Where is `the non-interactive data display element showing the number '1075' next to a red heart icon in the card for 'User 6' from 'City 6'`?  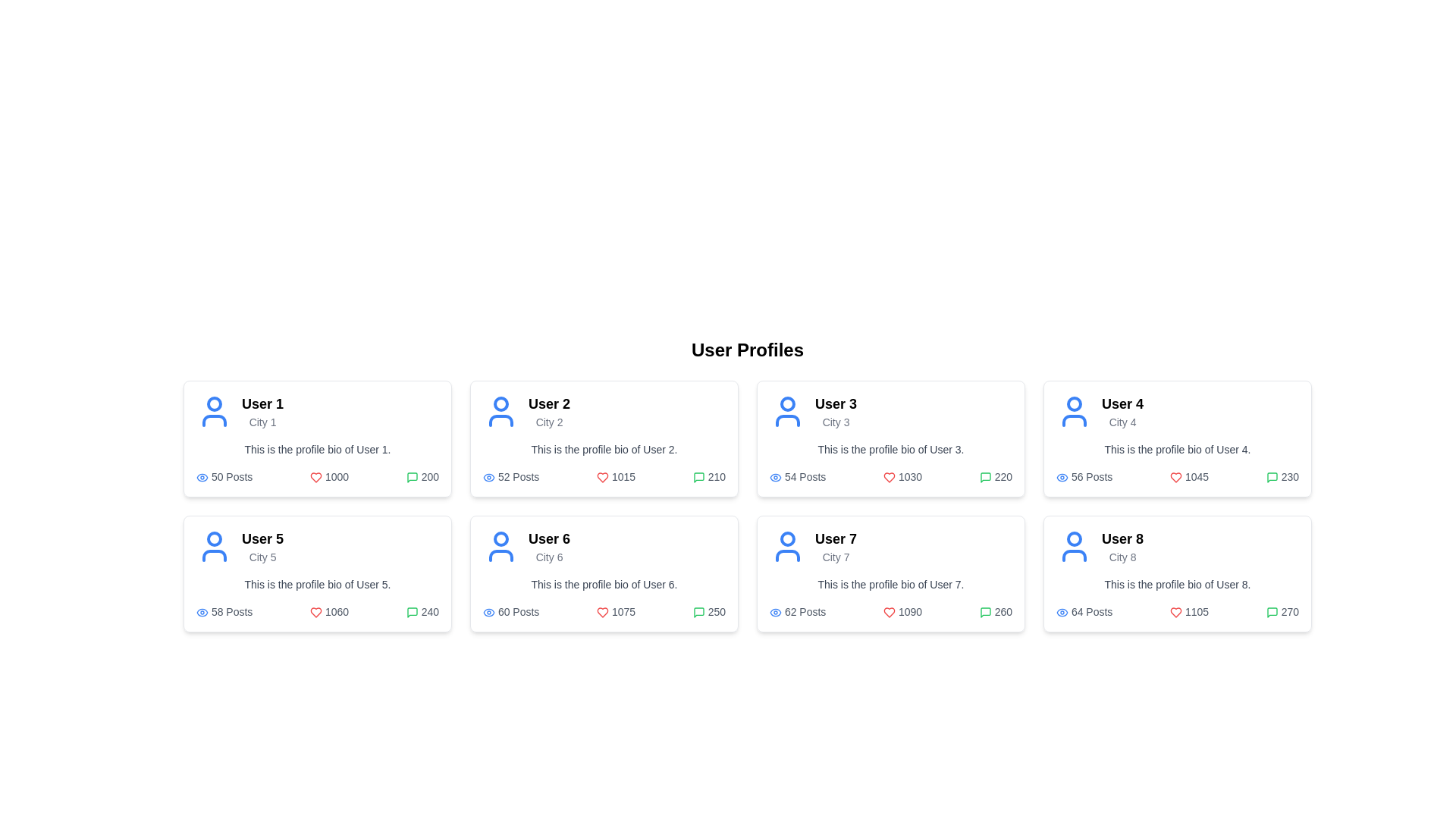 the non-interactive data display element showing the number '1075' next to a red heart icon in the card for 'User 6' from 'City 6' is located at coordinates (616, 610).